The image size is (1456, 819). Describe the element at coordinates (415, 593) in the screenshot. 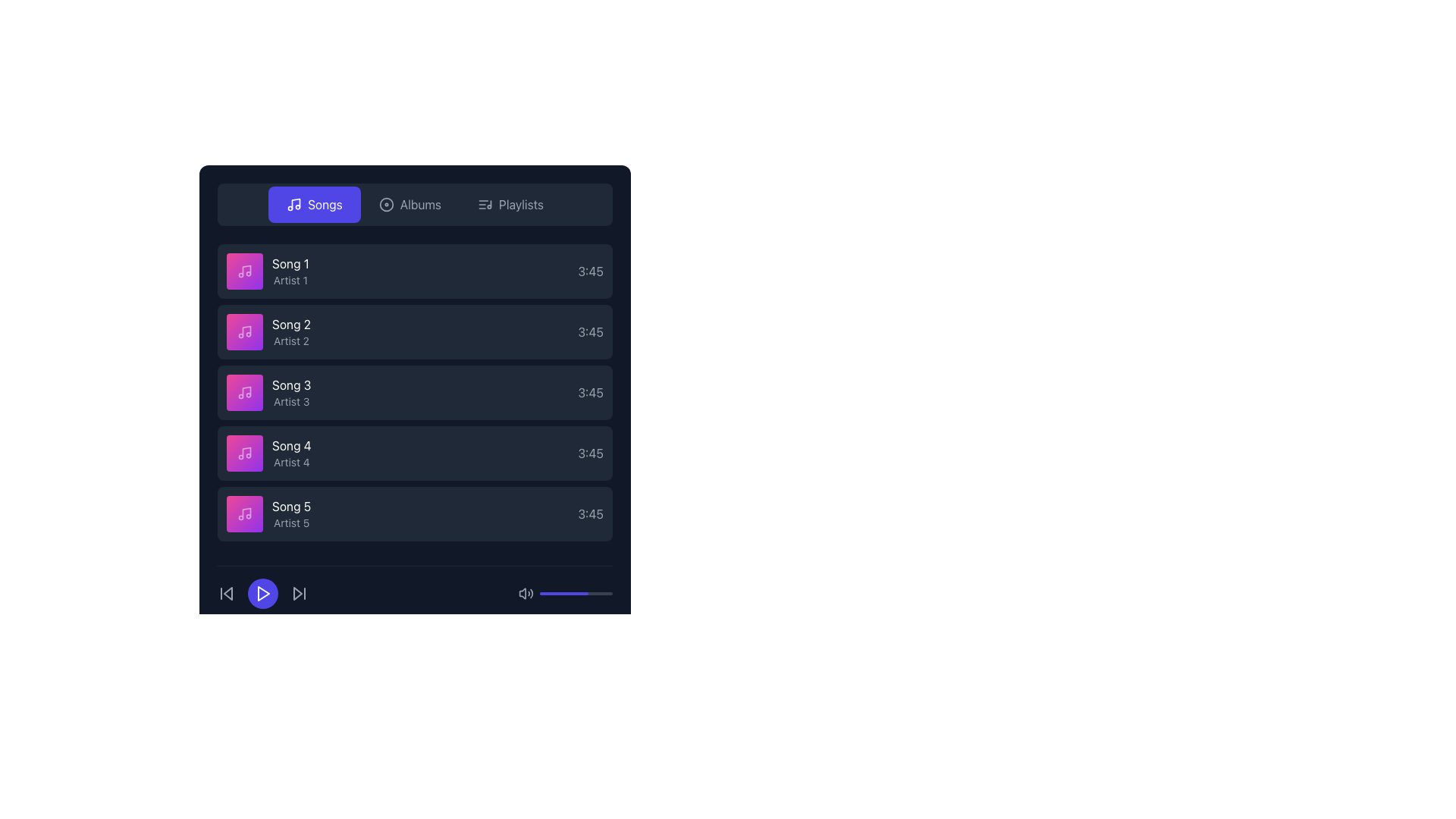

I see `the buttons of the Playback control bar at the bottom of the interface` at that location.